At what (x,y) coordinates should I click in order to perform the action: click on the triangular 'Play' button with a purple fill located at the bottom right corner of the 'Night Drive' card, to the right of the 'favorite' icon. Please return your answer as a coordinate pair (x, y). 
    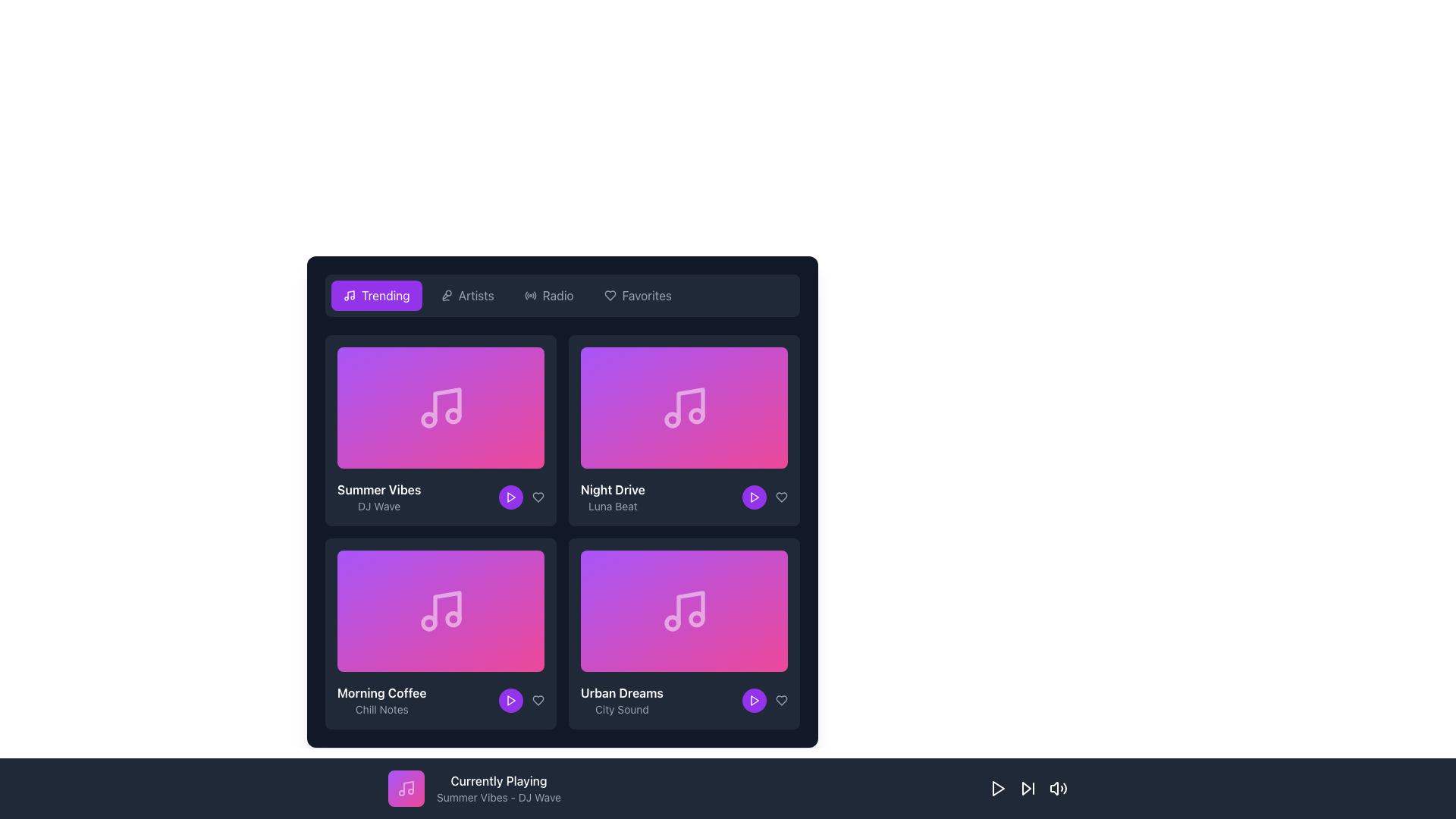
    Looking at the image, I should click on (755, 497).